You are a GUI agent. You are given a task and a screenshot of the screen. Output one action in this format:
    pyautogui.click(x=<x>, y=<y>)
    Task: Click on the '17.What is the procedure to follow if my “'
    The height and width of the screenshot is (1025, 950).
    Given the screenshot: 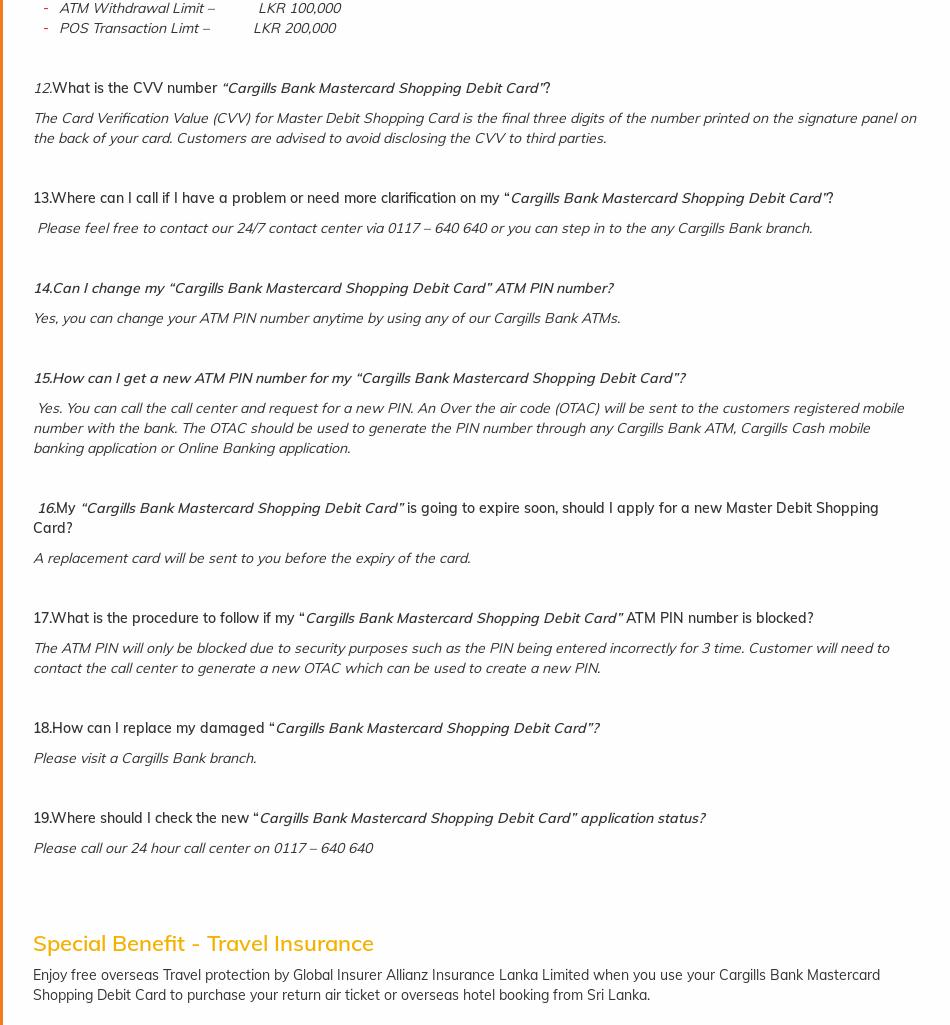 What is the action you would take?
    pyautogui.click(x=169, y=616)
    